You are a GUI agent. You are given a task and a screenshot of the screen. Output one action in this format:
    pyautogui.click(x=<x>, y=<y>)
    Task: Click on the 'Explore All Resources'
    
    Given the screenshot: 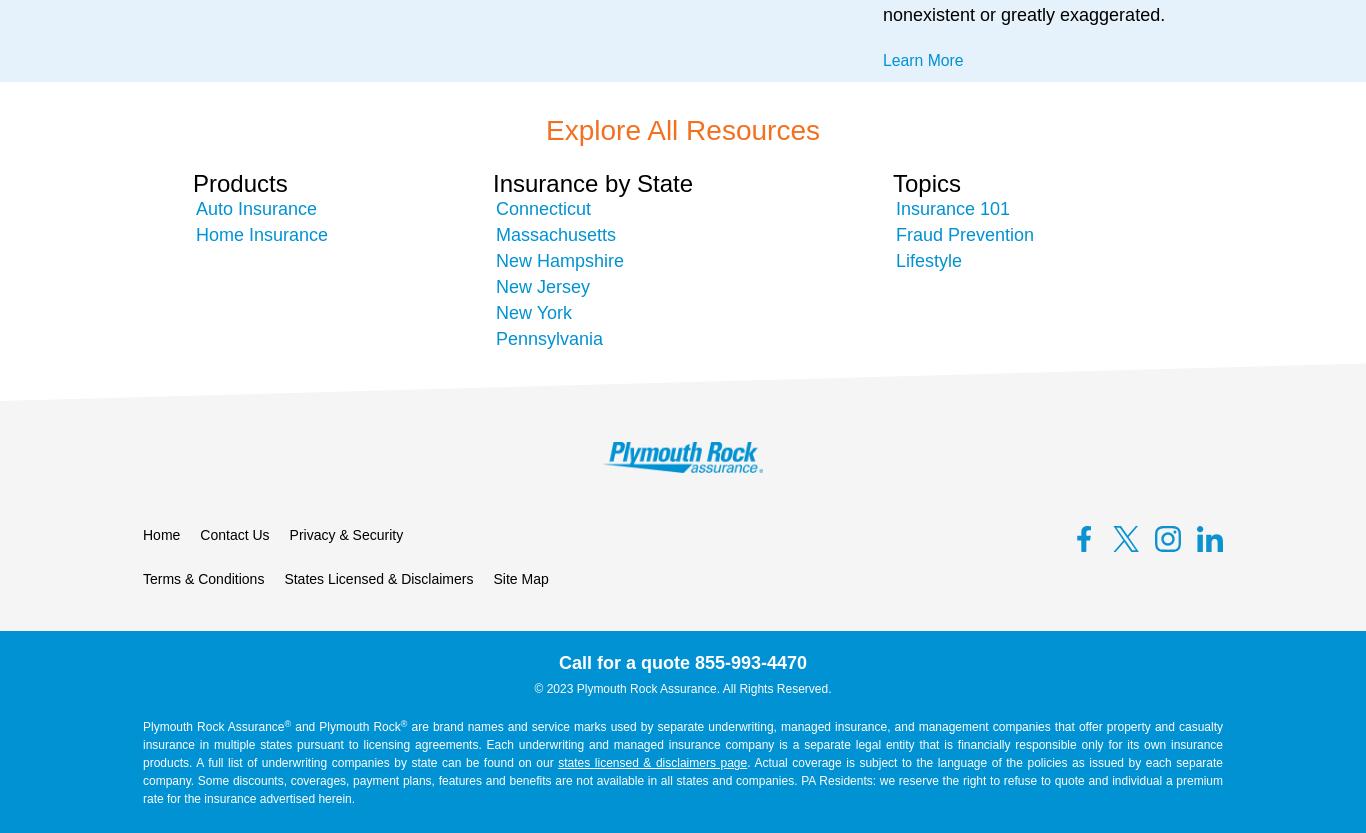 What is the action you would take?
    pyautogui.click(x=545, y=130)
    